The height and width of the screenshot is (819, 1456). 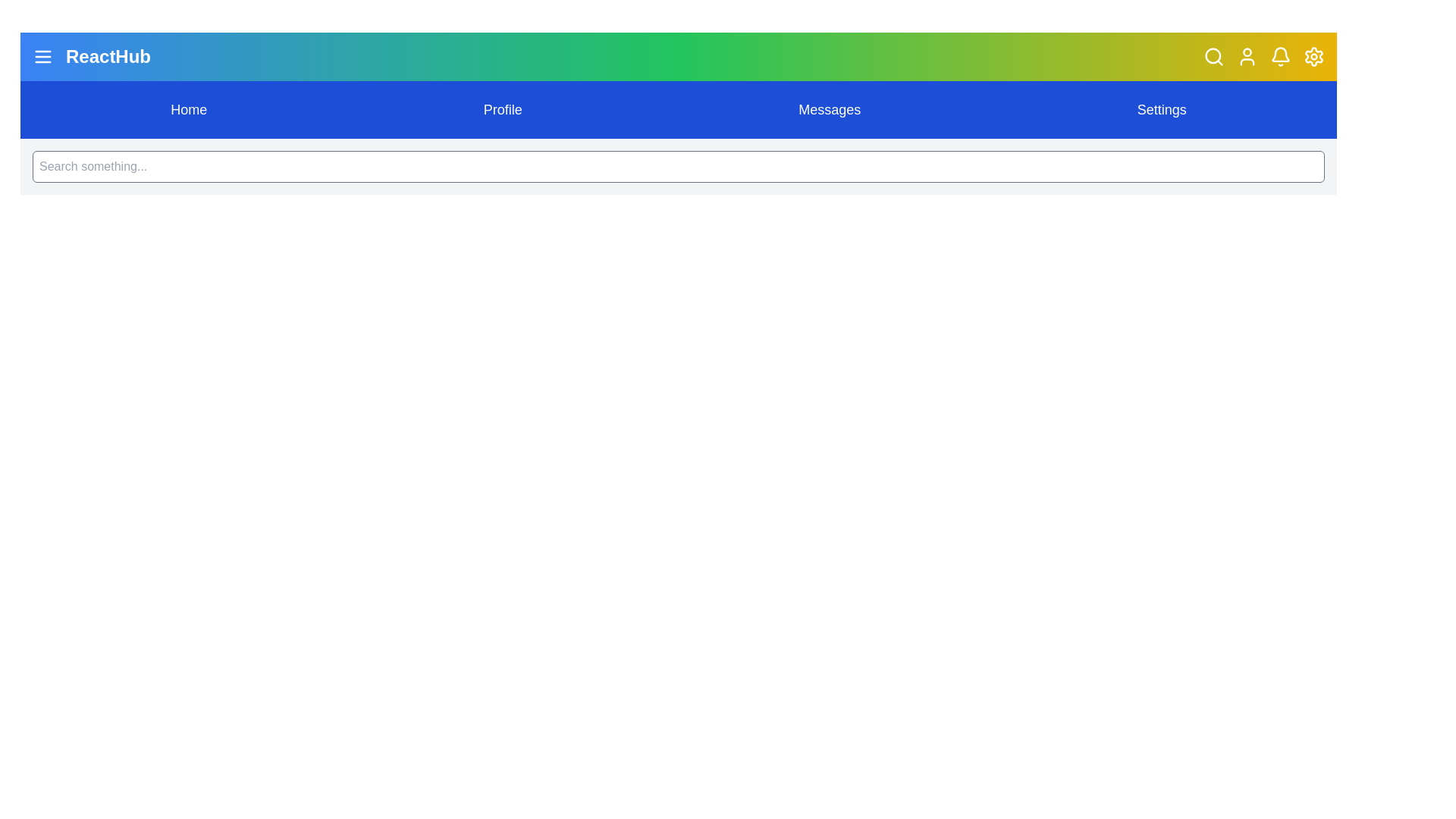 I want to click on the Profile navigation menu item, so click(x=502, y=109).